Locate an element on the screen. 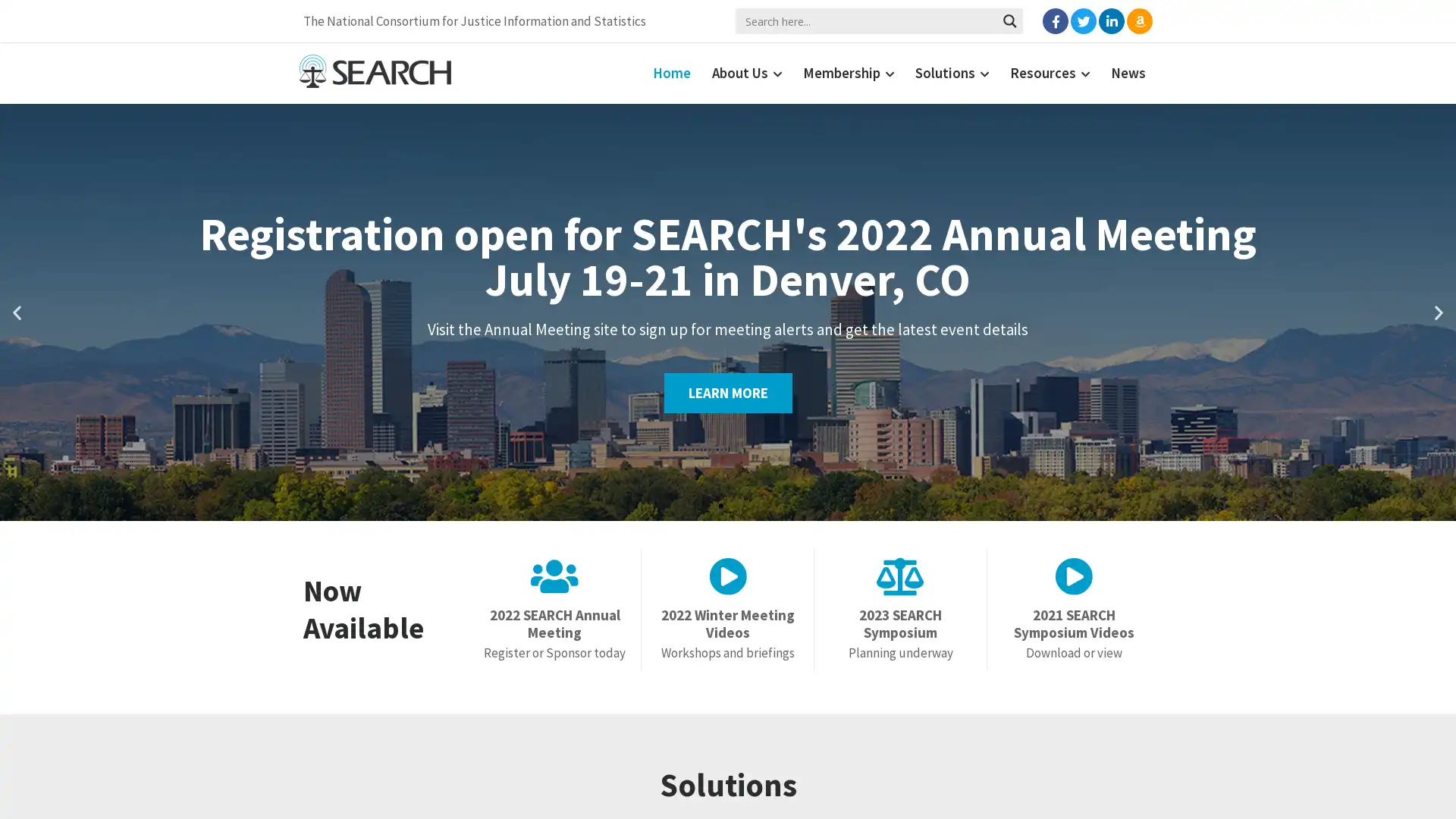  Go to slide 1 is located at coordinates (720, 505).